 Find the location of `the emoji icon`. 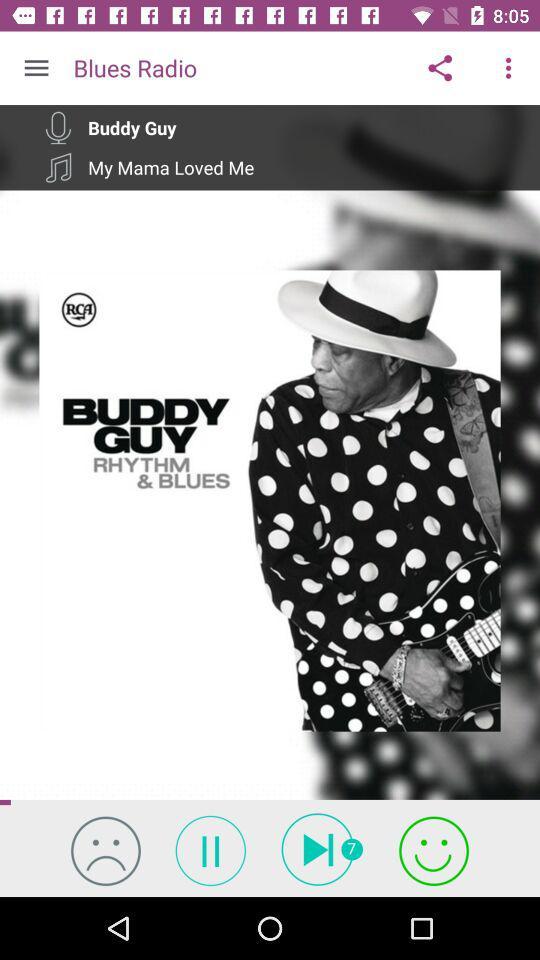

the emoji icon is located at coordinates (105, 849).